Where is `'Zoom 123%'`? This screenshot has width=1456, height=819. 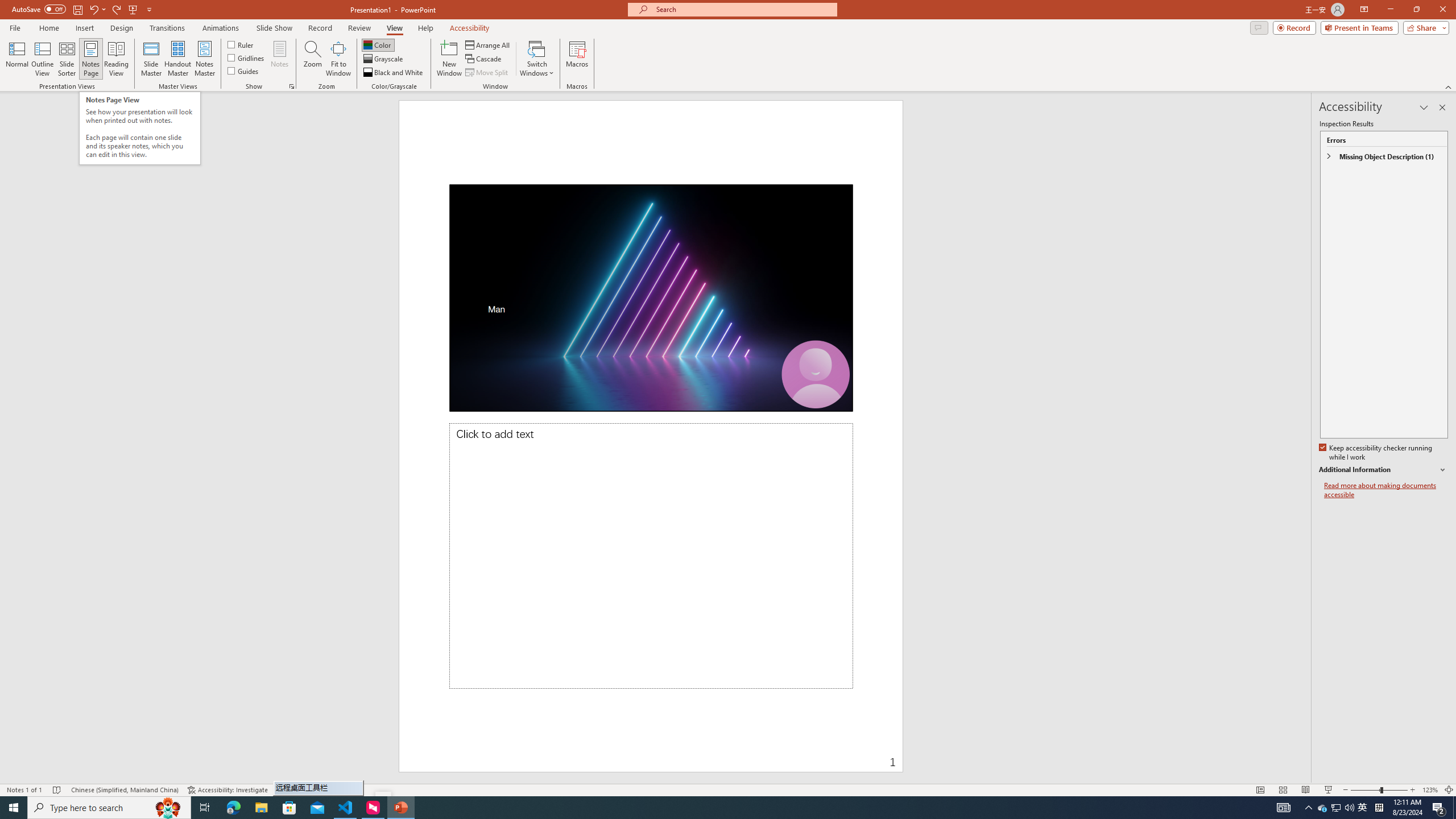
'Zoom 123%' is located at coordinates (1430, 790).